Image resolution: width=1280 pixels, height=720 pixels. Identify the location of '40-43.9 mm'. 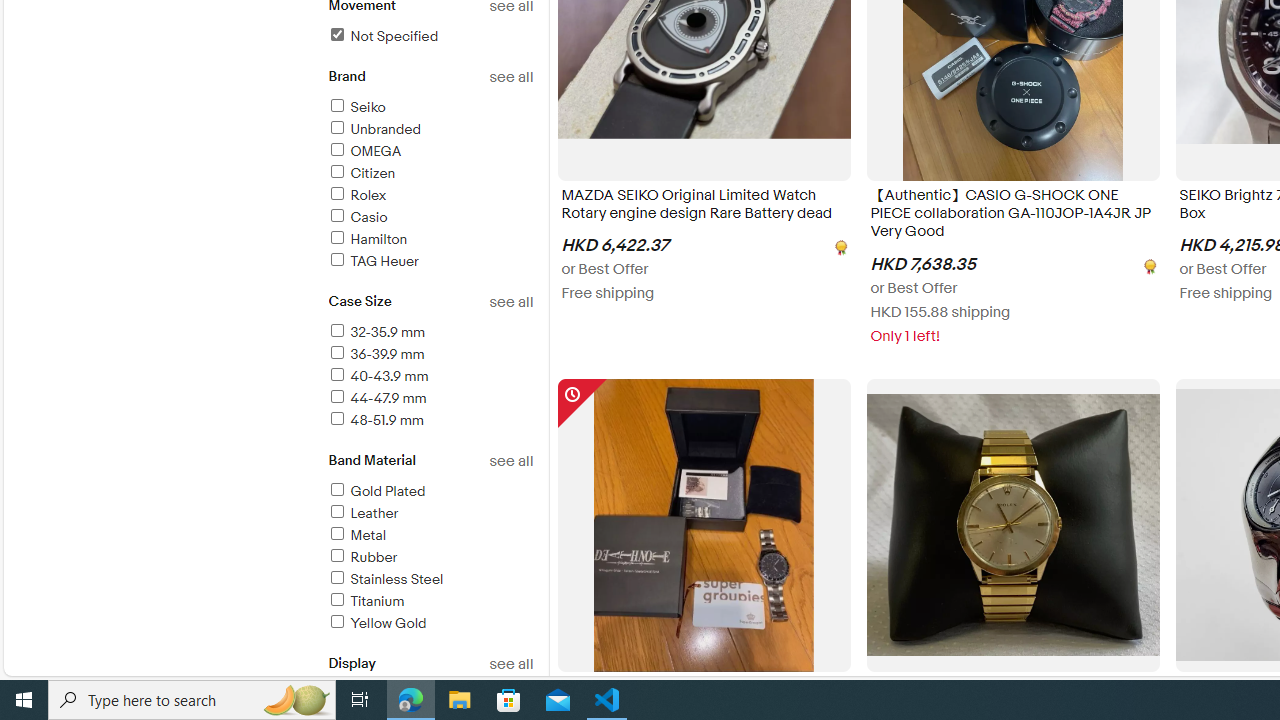
(429, 377).